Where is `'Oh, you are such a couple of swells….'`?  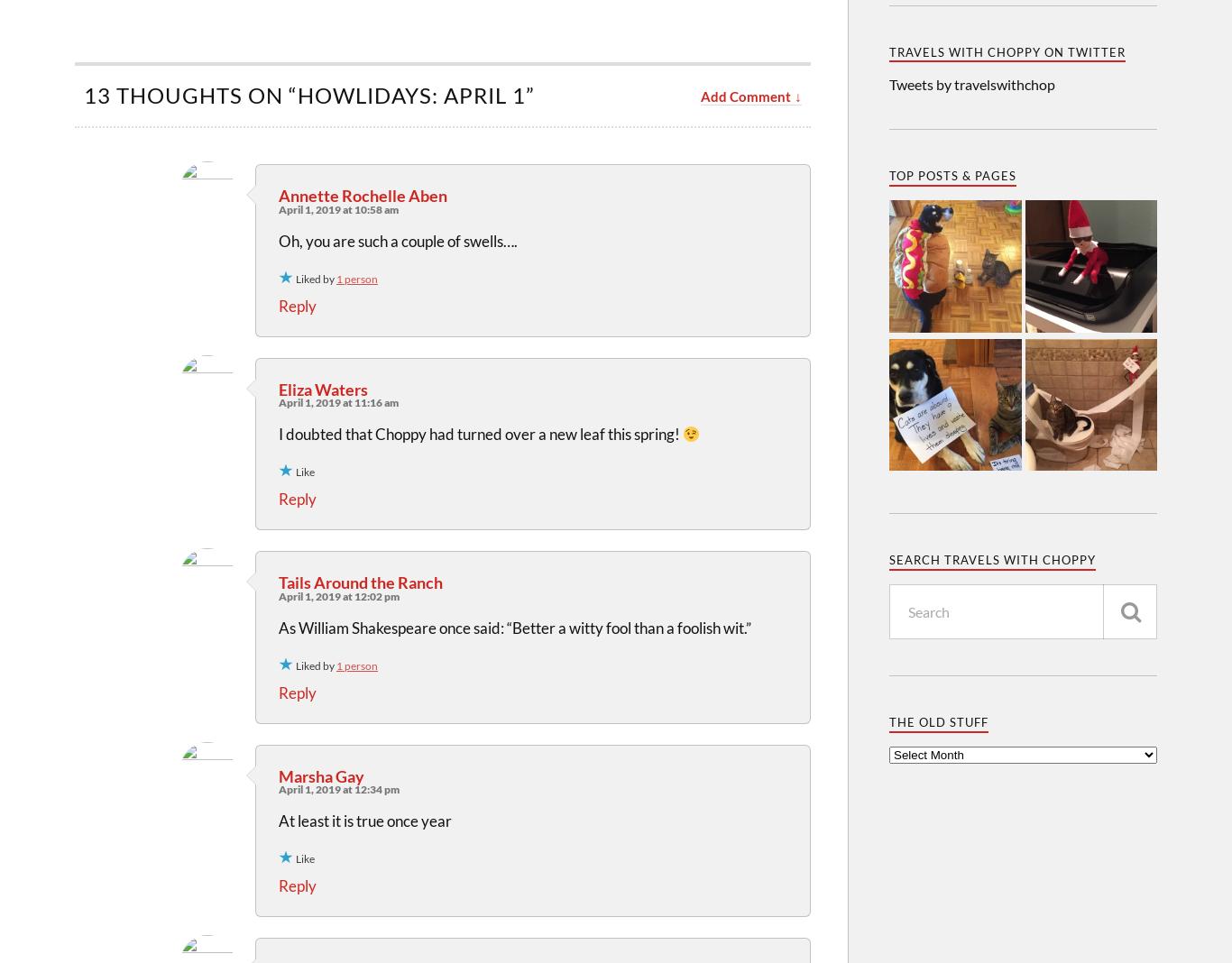 'Oh, you are such a couple of swells….' is located at coordinates (397, 240).